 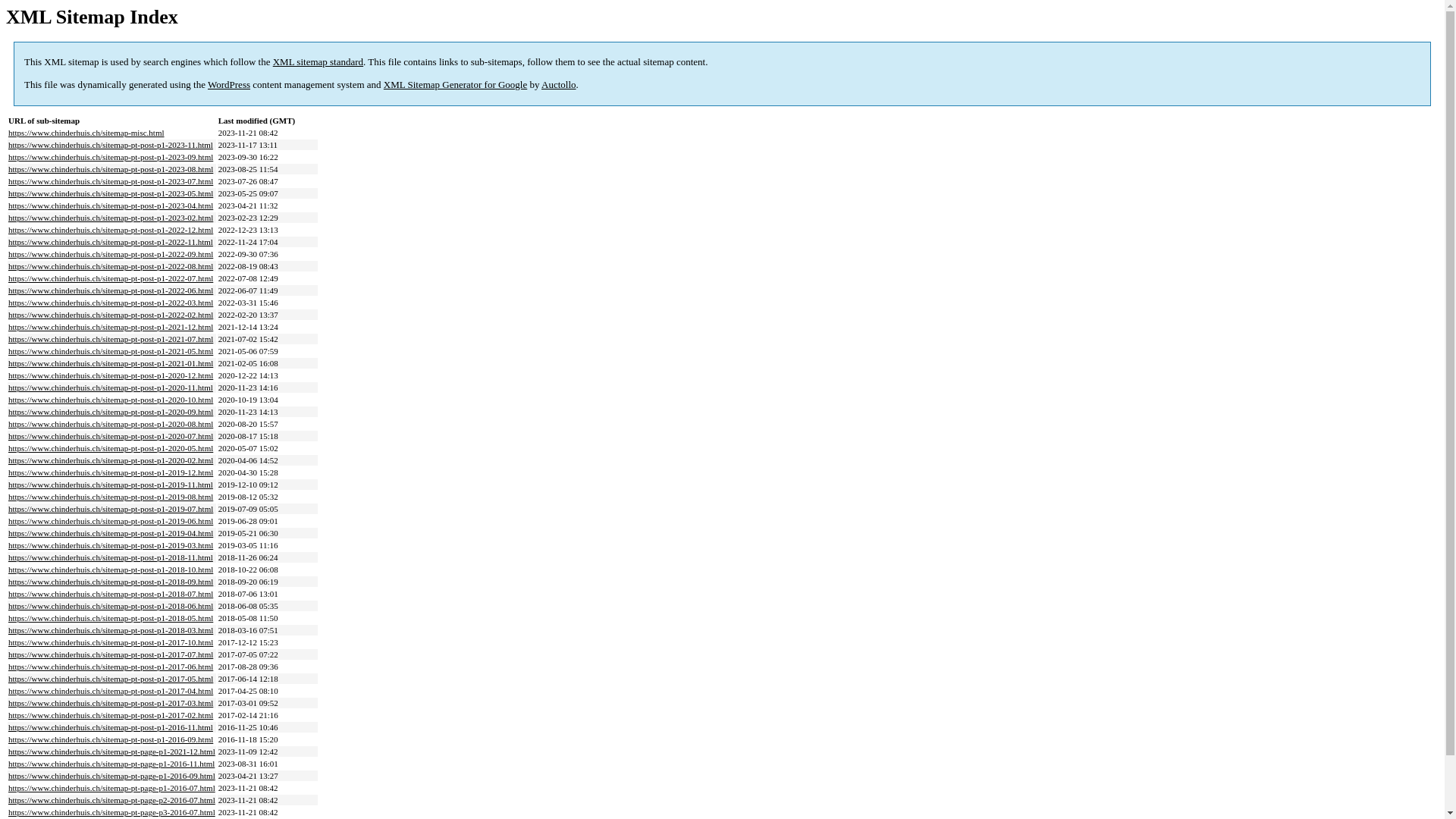 I want to click on 'https://www.chinderhuis.ch/sitemap-pt-post-p1-2022-06.html', so click(x=109, y=290).